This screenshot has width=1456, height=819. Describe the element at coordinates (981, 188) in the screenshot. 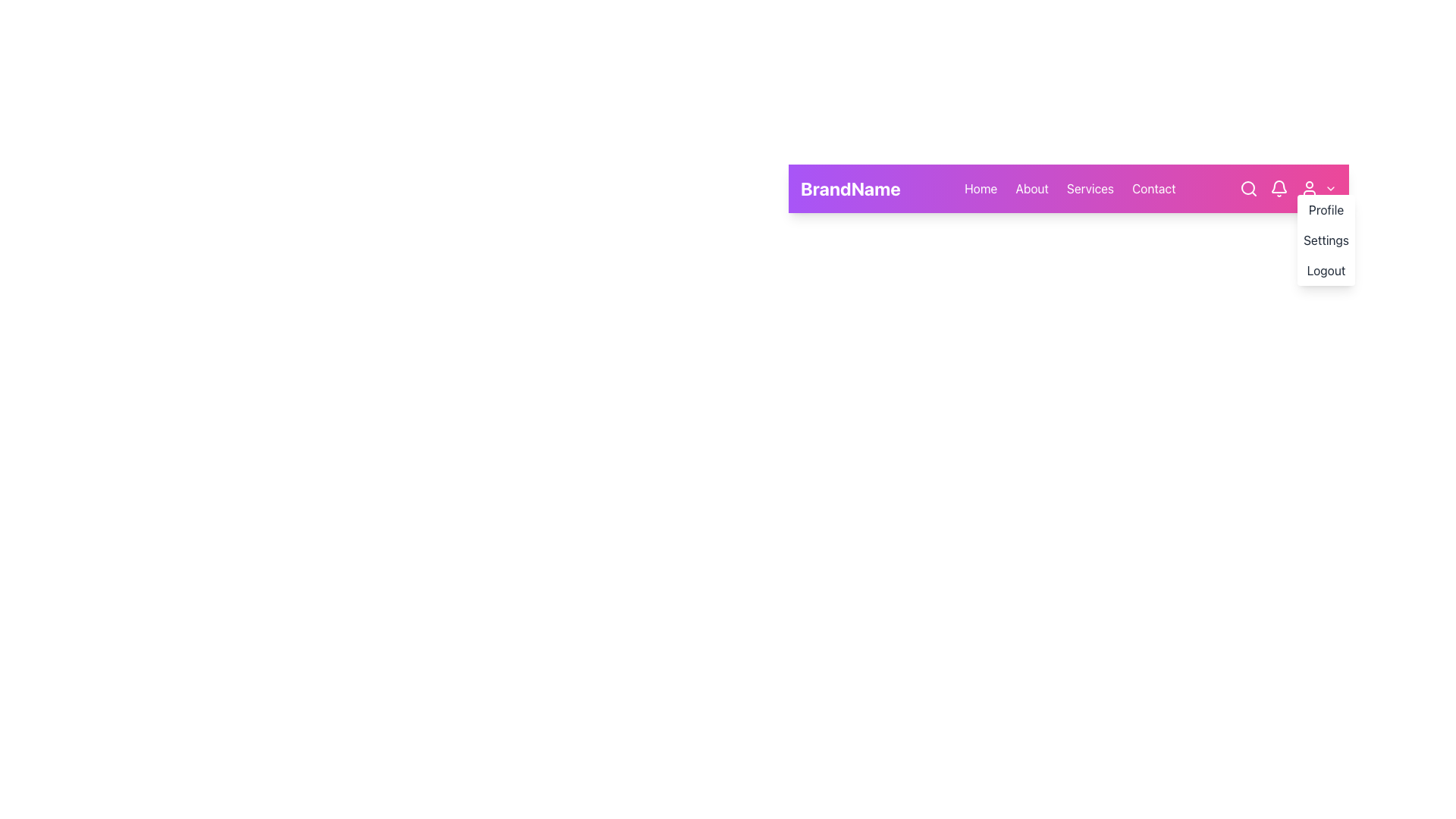

I see `the first hyperlink in the top navigation bar, located immediately to the right of the 'BrandName' text` at that location.